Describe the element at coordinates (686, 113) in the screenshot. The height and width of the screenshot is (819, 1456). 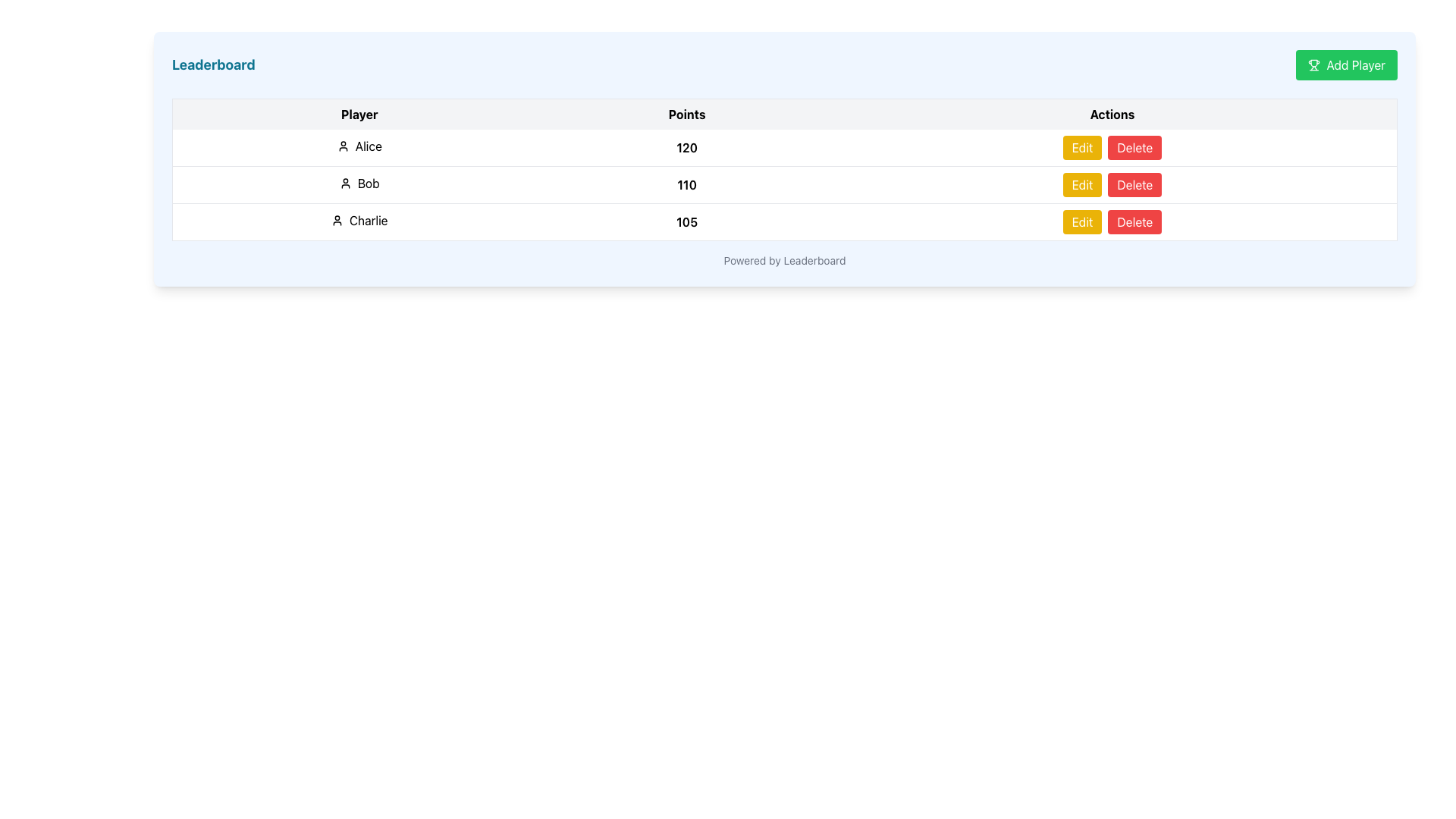
I see `the 'Points' text label located in the second column of the table's header row, which is styled in bold and centered alignment with a light gray background` at that location.